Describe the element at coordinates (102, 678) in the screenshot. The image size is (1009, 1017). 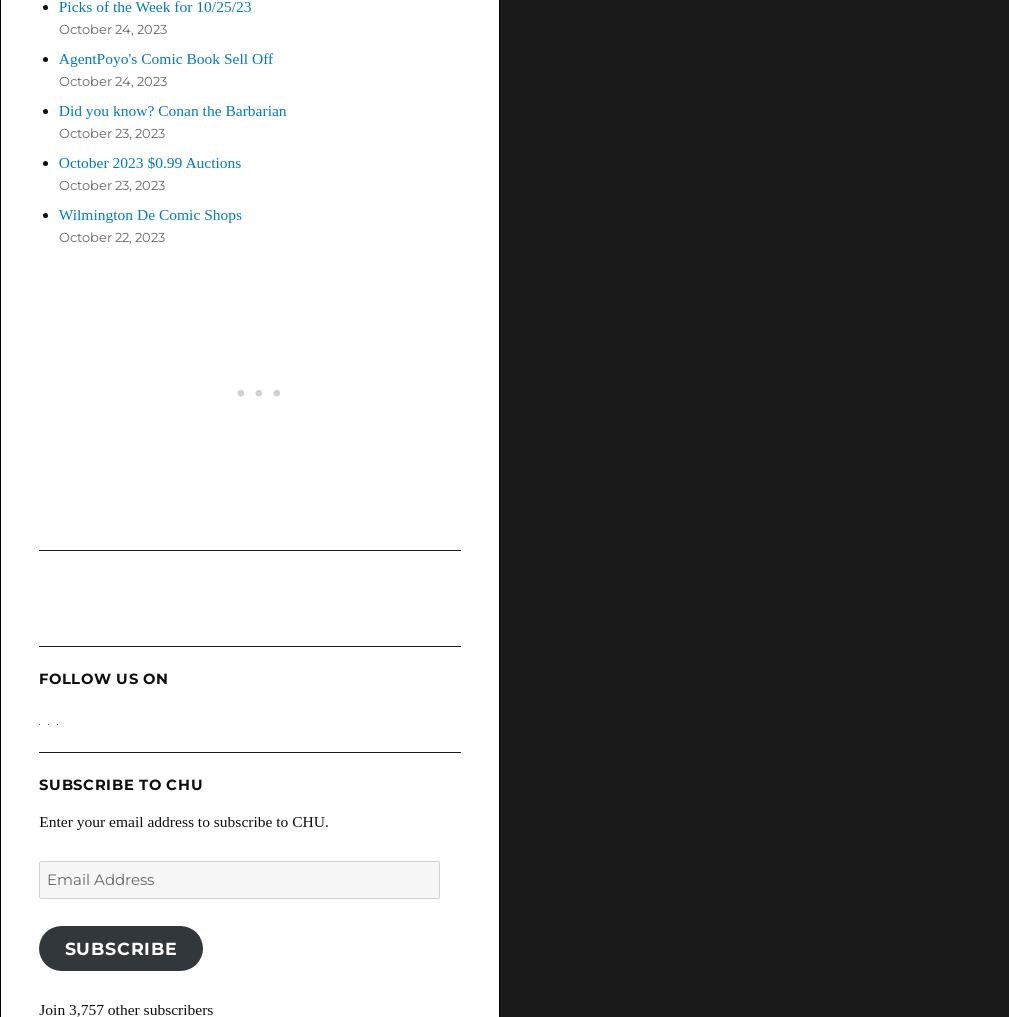
I see `'Follow Us On'` at that location.